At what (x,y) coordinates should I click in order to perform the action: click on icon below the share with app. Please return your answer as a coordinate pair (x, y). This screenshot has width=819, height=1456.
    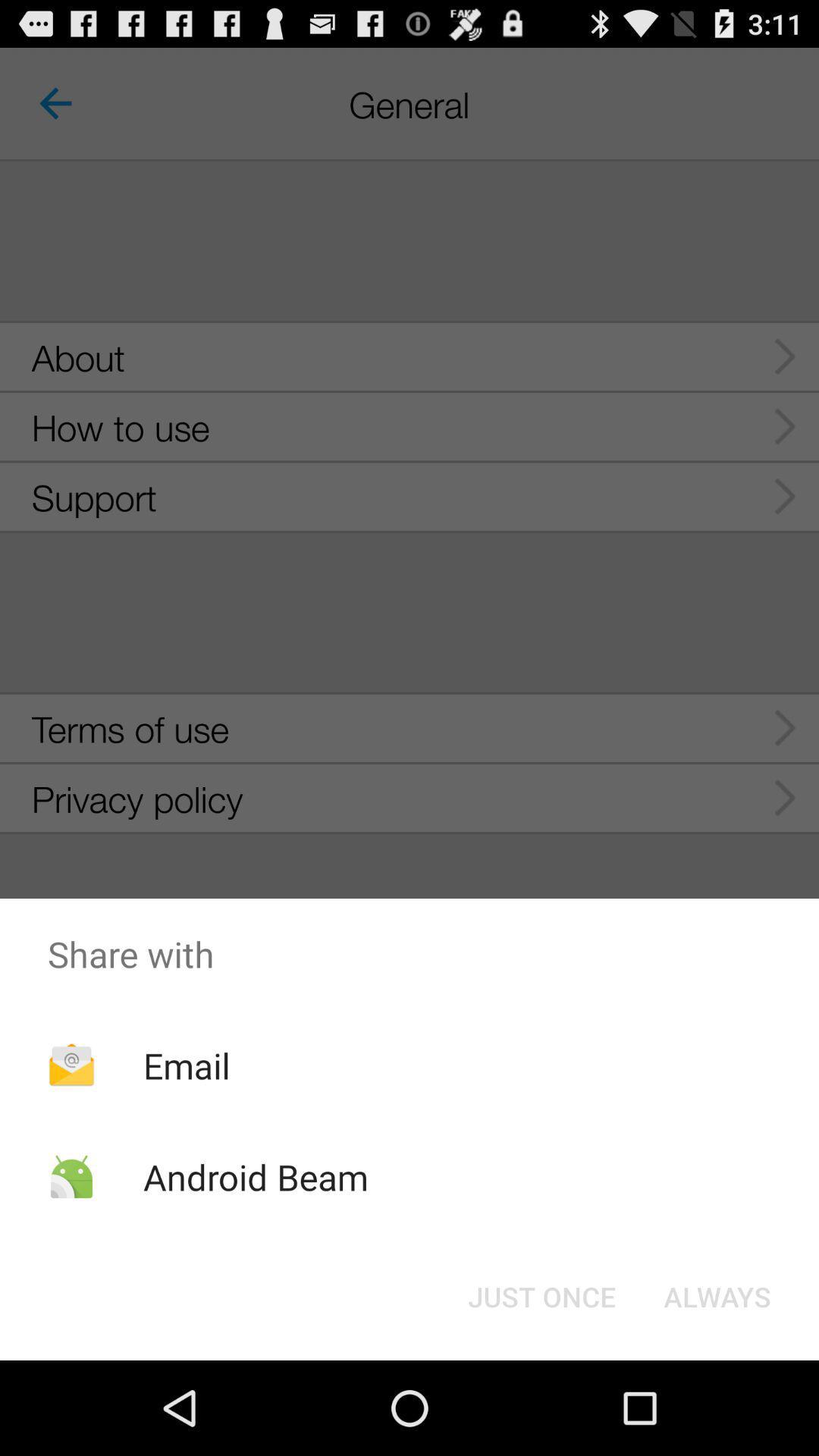
    Looking at the image, I should click on (541, 1295).